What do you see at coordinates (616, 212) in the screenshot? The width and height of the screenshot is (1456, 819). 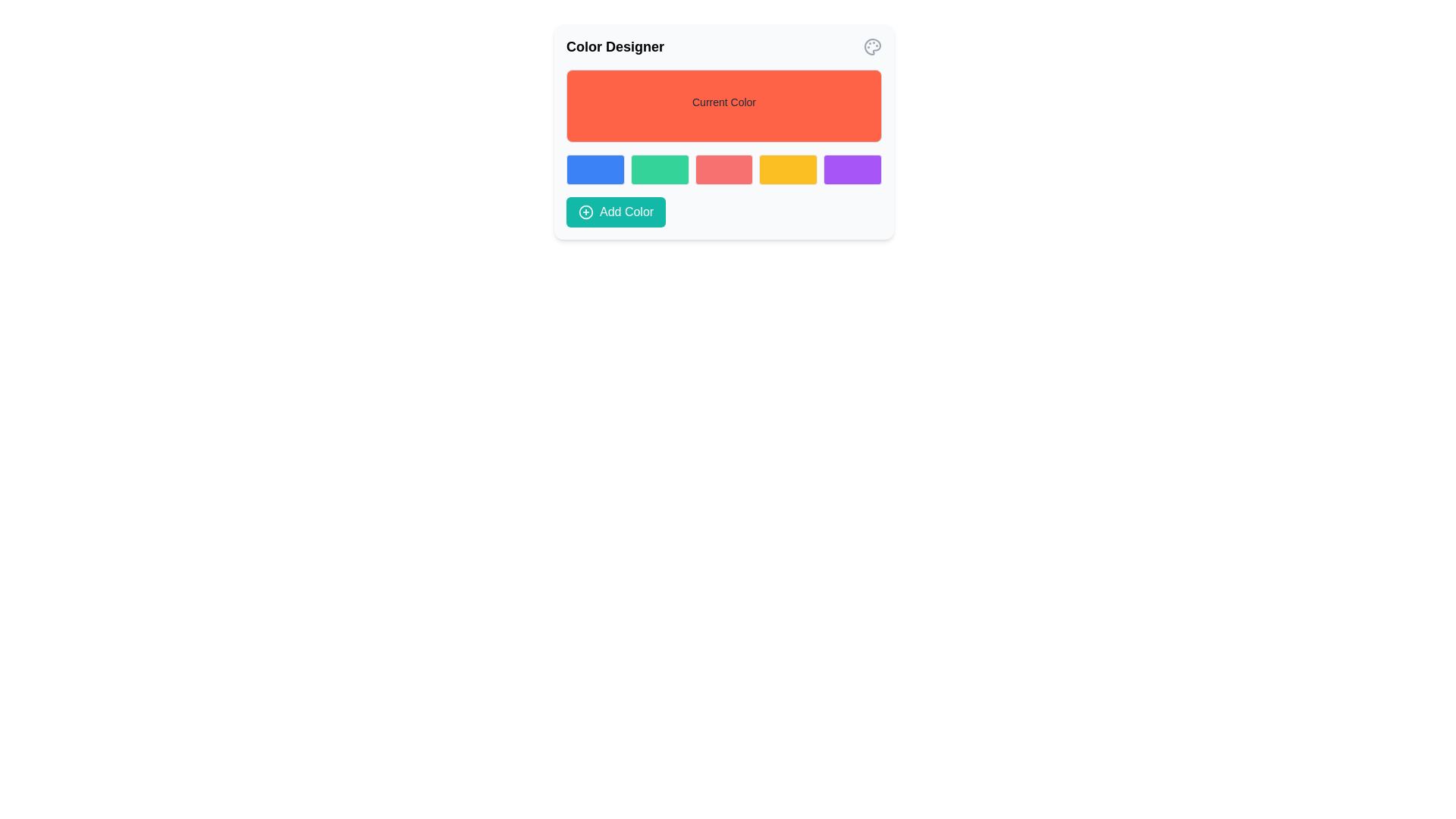 I see `the 'Add Color' button with a teal background and white text to observe any hover effects` at bounding box center [616, 212].